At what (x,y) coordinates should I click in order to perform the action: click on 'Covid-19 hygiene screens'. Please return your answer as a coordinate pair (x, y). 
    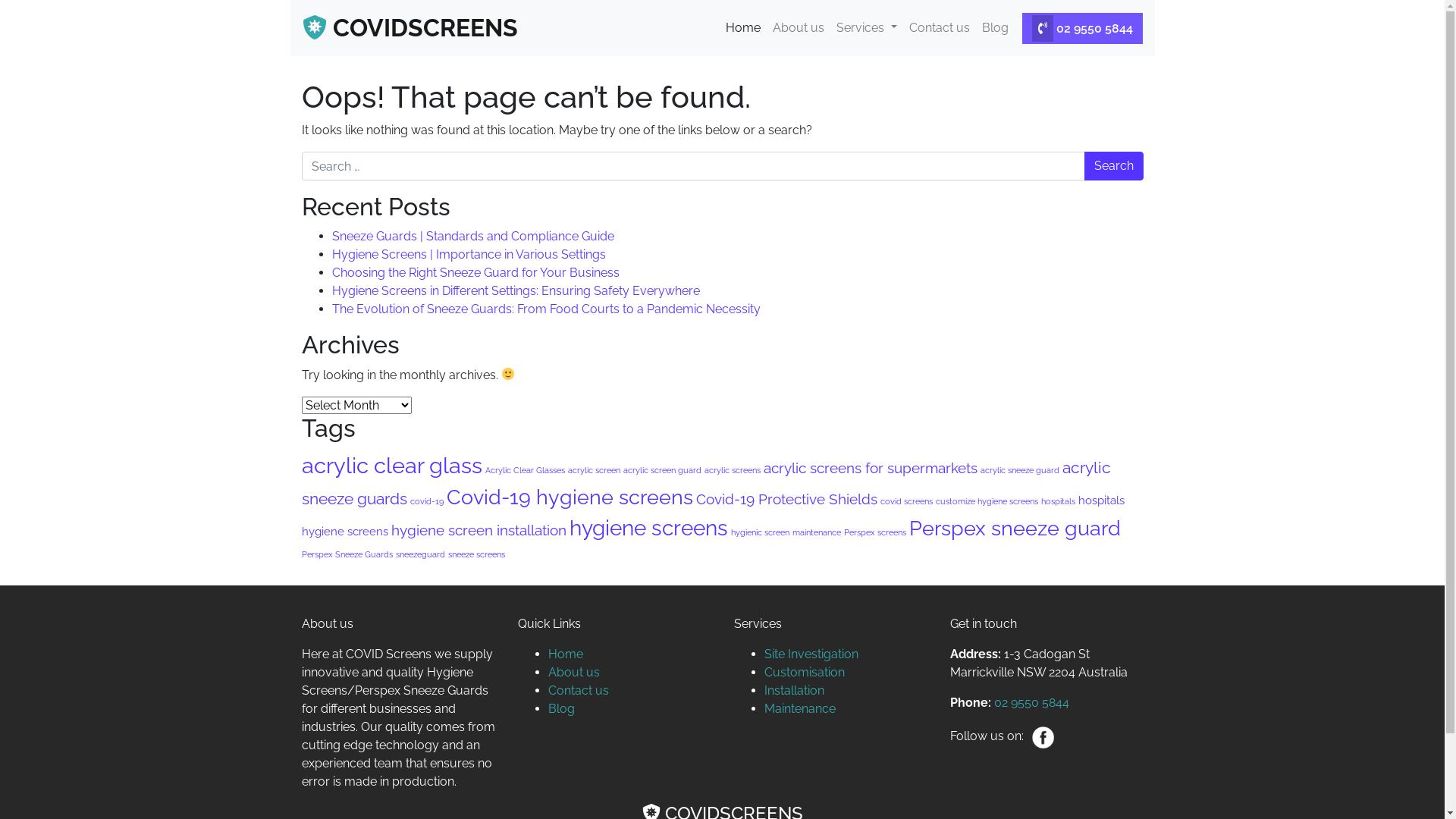
    Looking at the image, I should click on (568, 497).